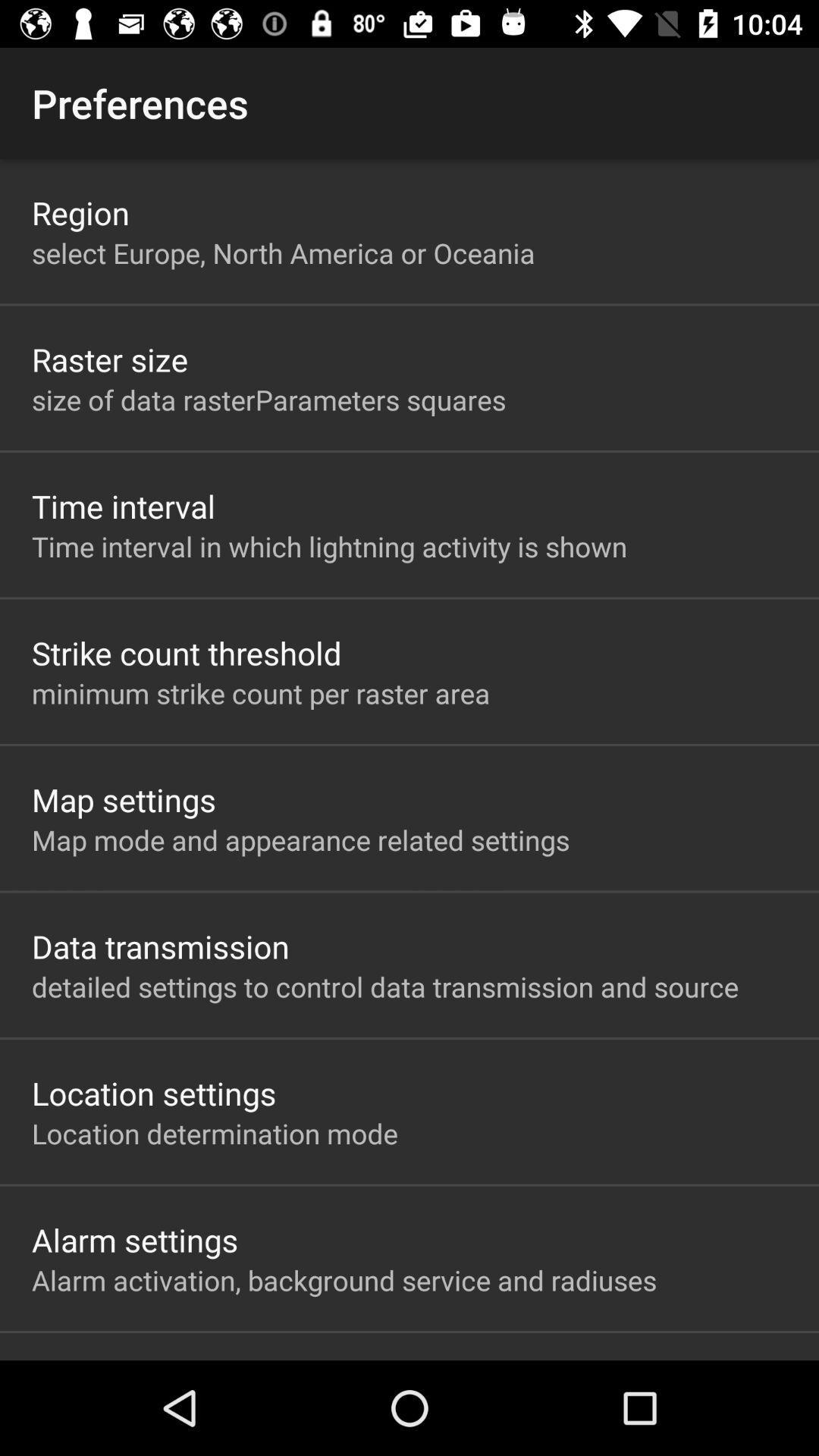 The height and width of the screenshot is (1456, 819). Describe the element at coordinates (300, 839) in the screenshot. I see `the app above the data transmission icon` at that location.